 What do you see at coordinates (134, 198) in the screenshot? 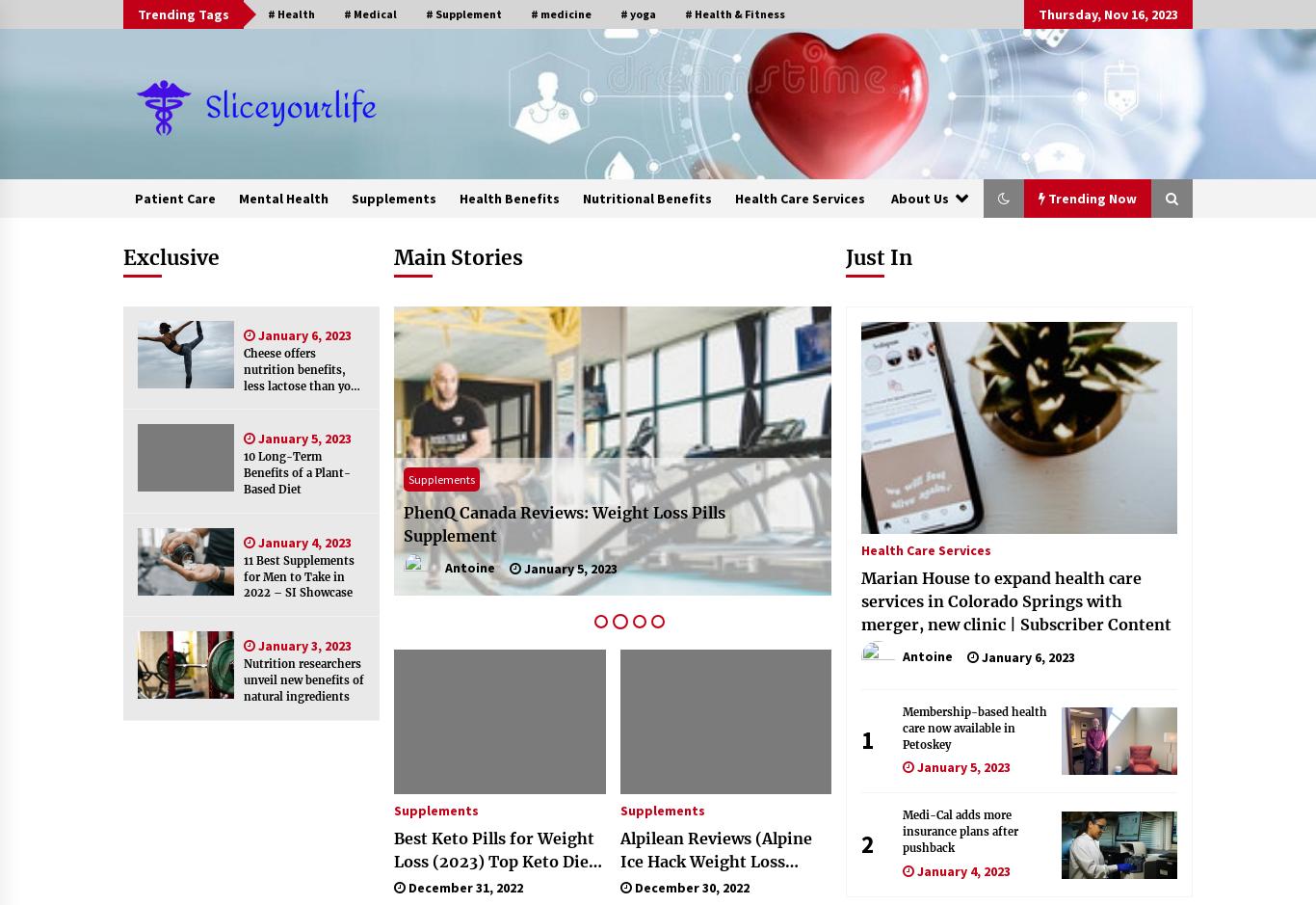
I see `'Patient Care'` at bounding box center [134, 198].